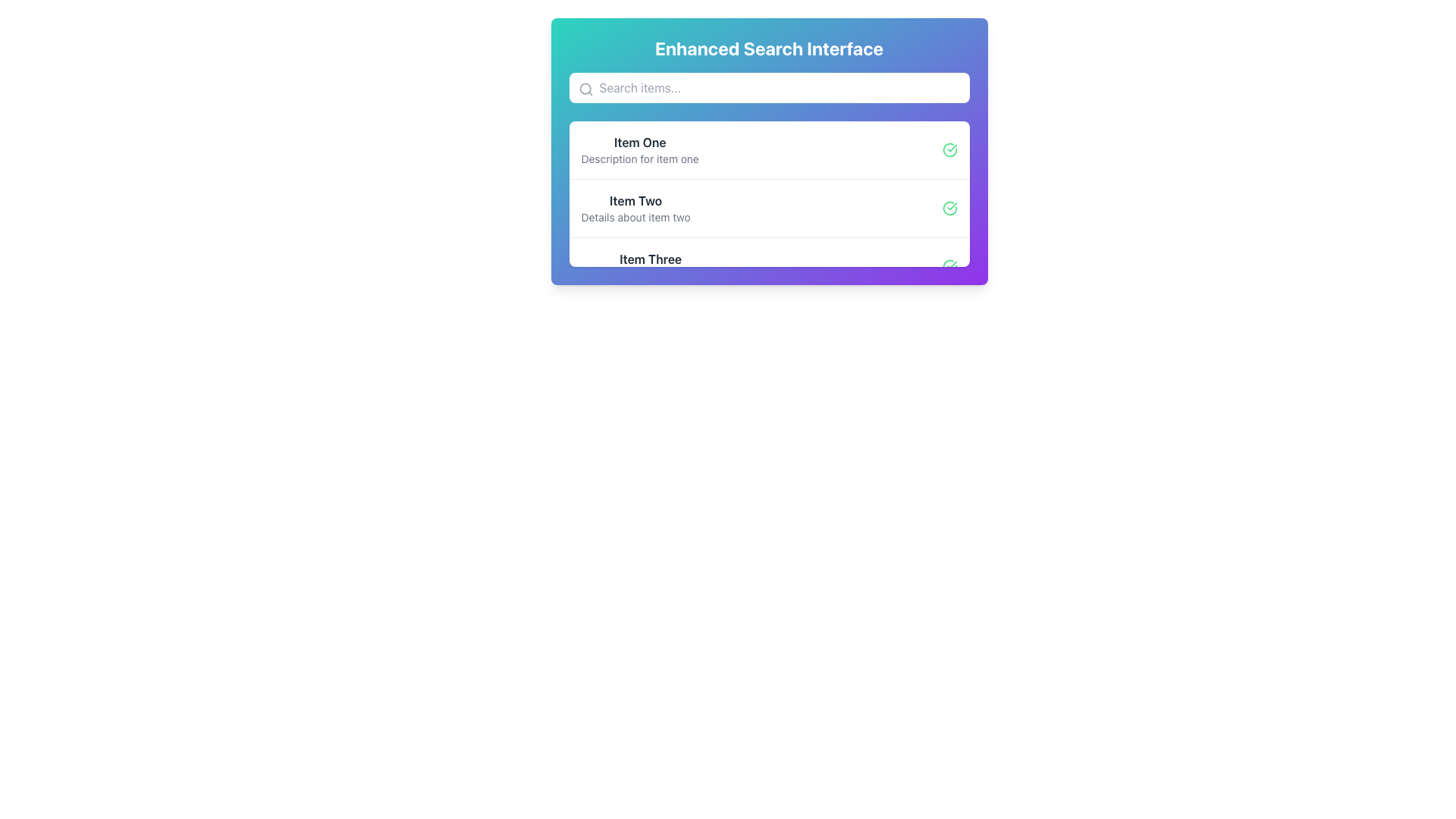 The height and width of the screenshot is (819, 1456). I want to click on the small gray search icon styled as a magnifying glass located at the left extremity of the search input field, so click(585, 89).